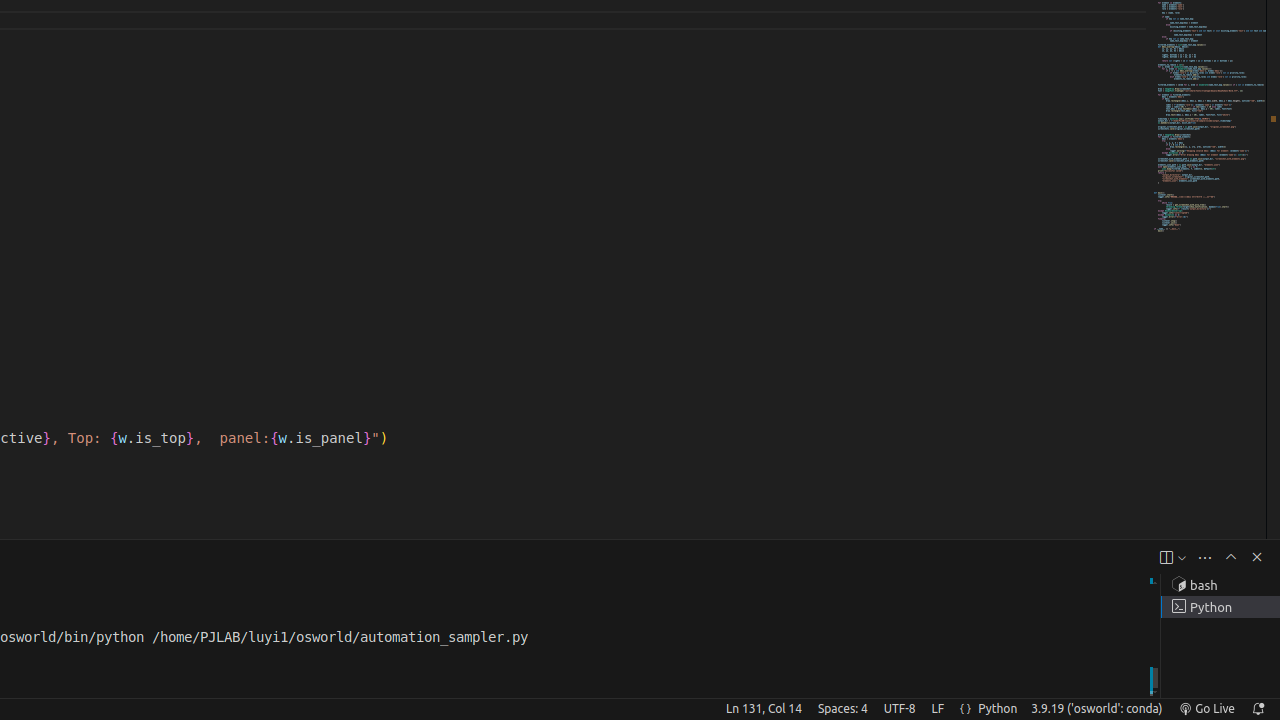  I want to click on 'Hide Panel', so click(1255, 556).